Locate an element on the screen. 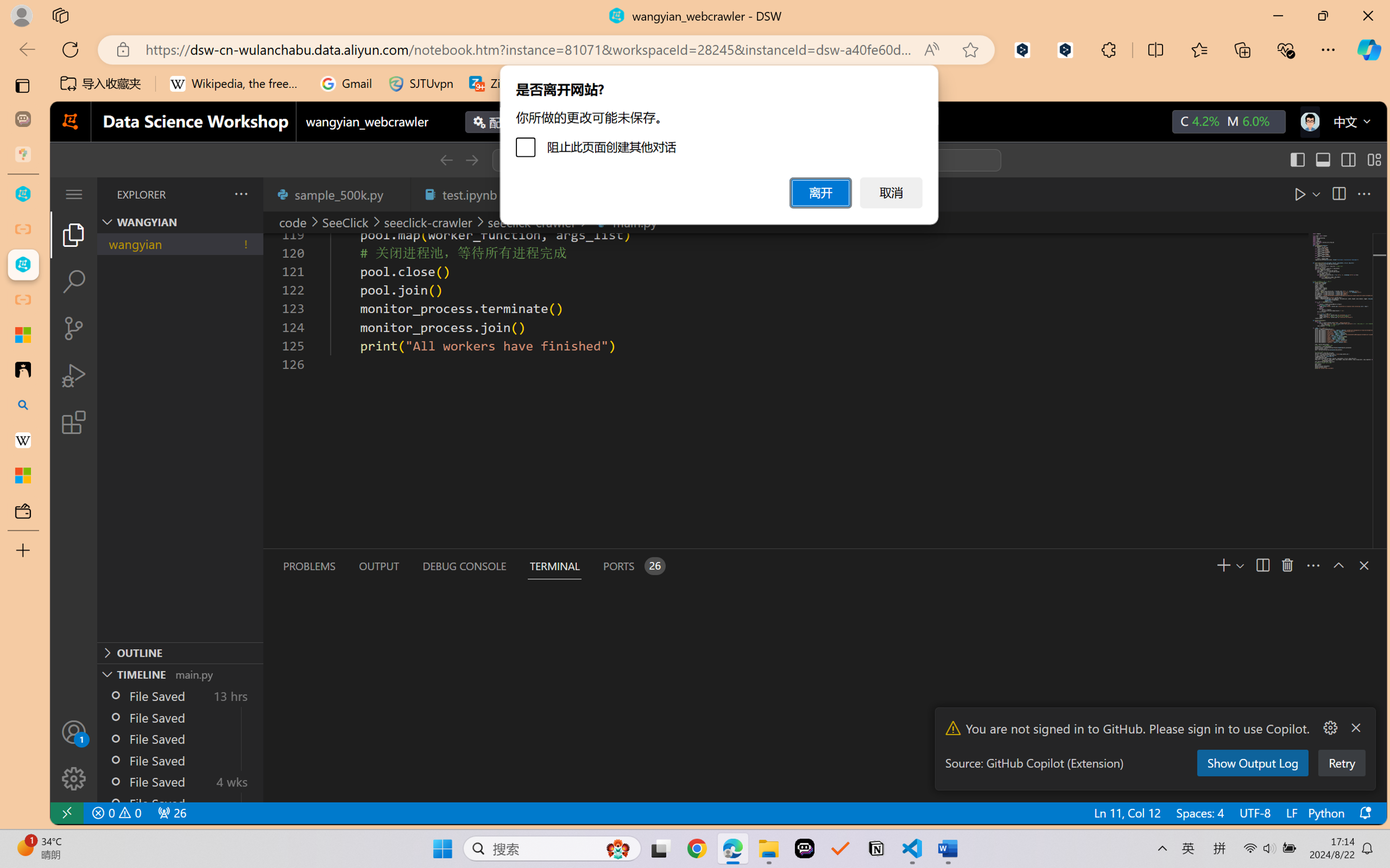  'Clear Notification (Delete)' is located at coordinates (1355, 727).